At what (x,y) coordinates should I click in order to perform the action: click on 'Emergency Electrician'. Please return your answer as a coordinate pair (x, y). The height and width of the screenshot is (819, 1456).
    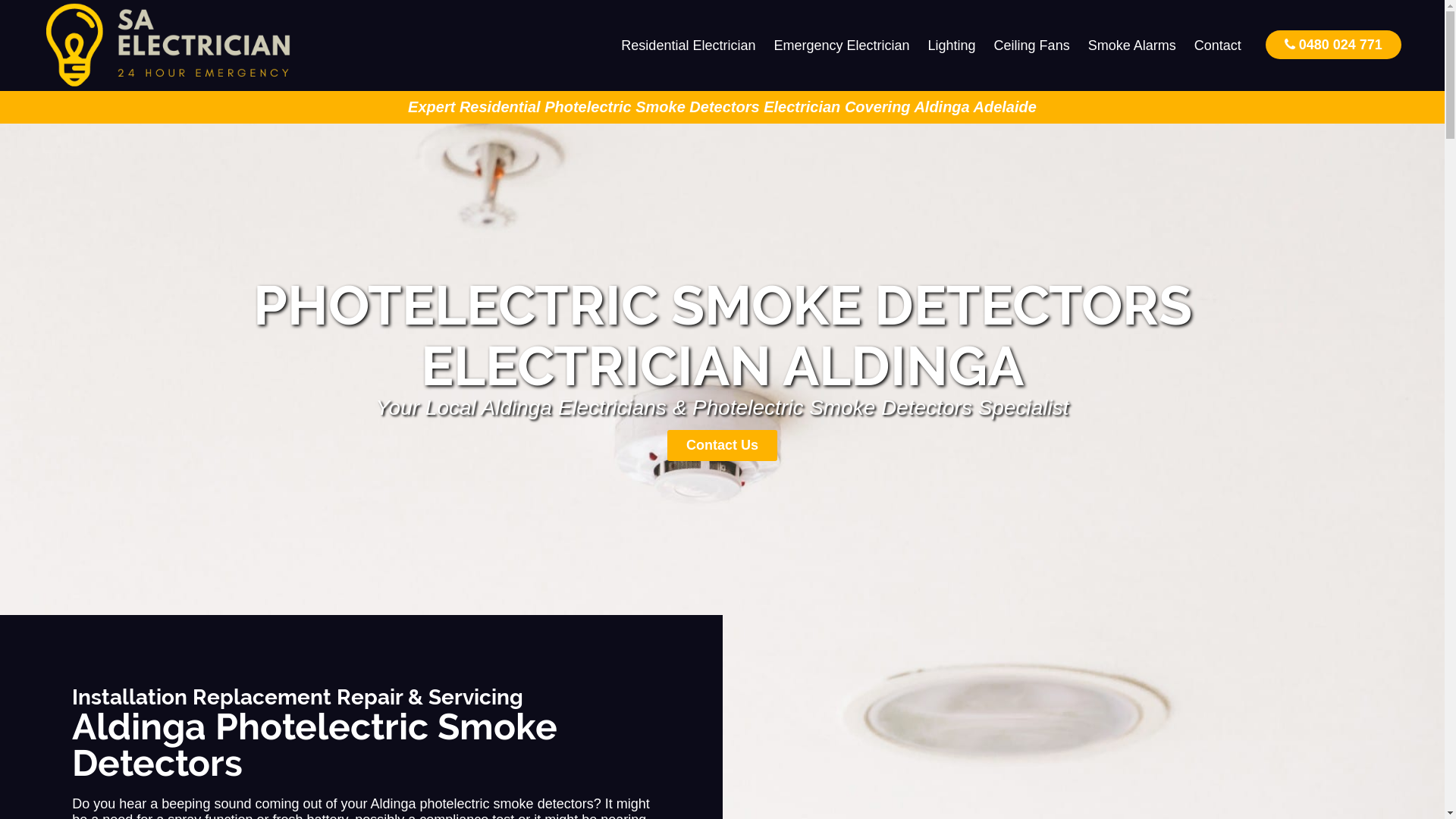
    Looking at the image, I should click on (840, 45).